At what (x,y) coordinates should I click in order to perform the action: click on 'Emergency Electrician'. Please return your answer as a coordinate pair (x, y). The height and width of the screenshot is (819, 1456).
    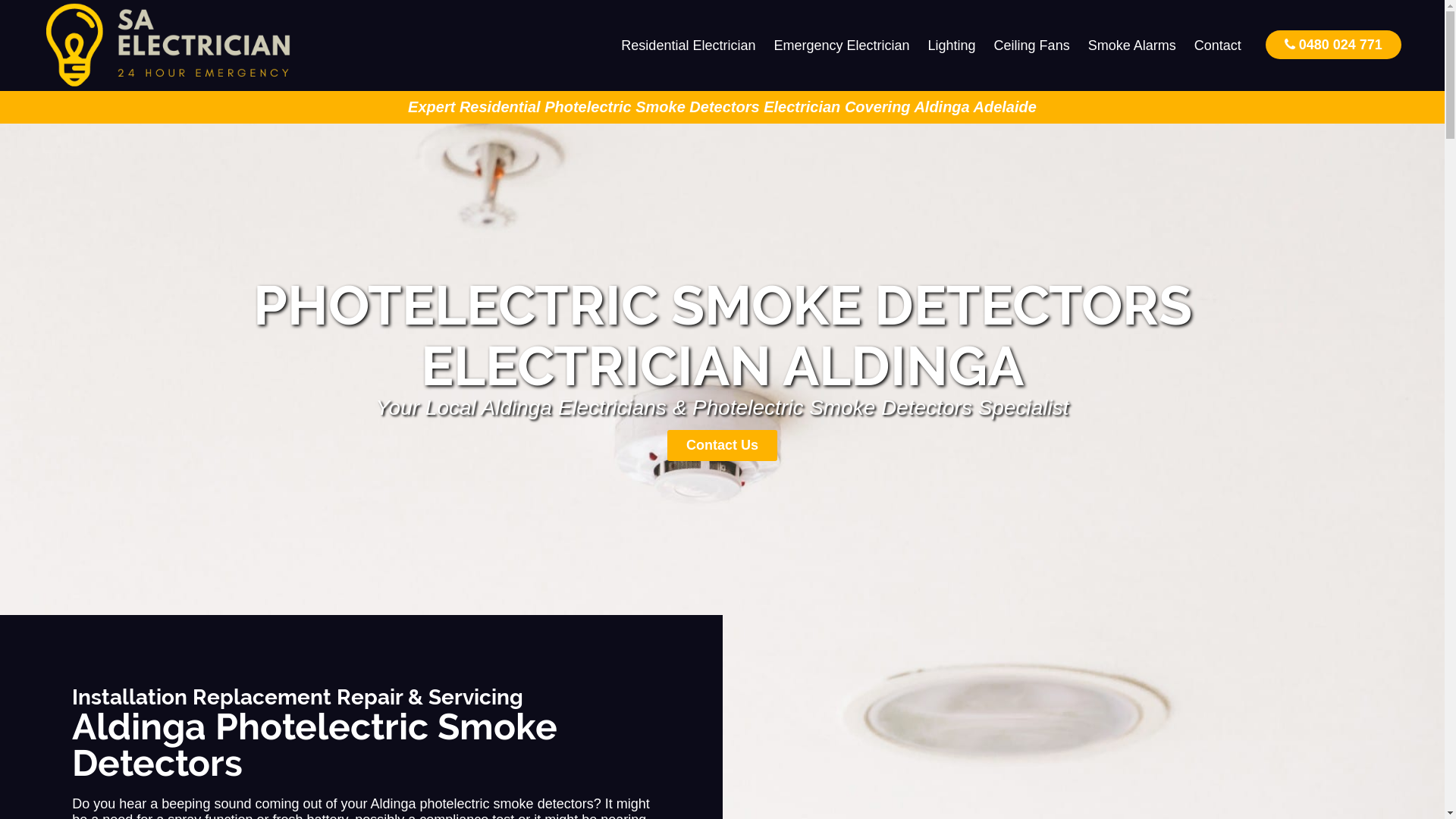
    Looking at the image, I should click on (840, 45).